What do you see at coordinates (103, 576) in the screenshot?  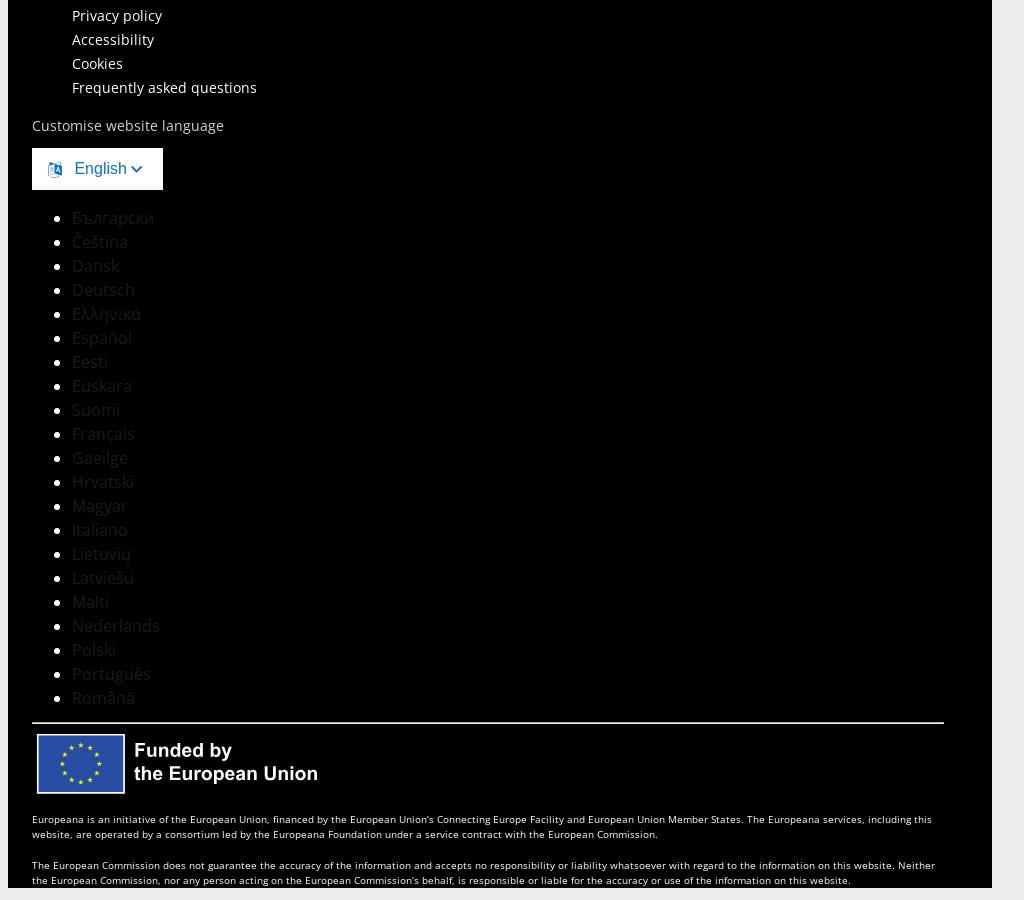 I see `'Latviešu'` at bounding box center [103, 576].